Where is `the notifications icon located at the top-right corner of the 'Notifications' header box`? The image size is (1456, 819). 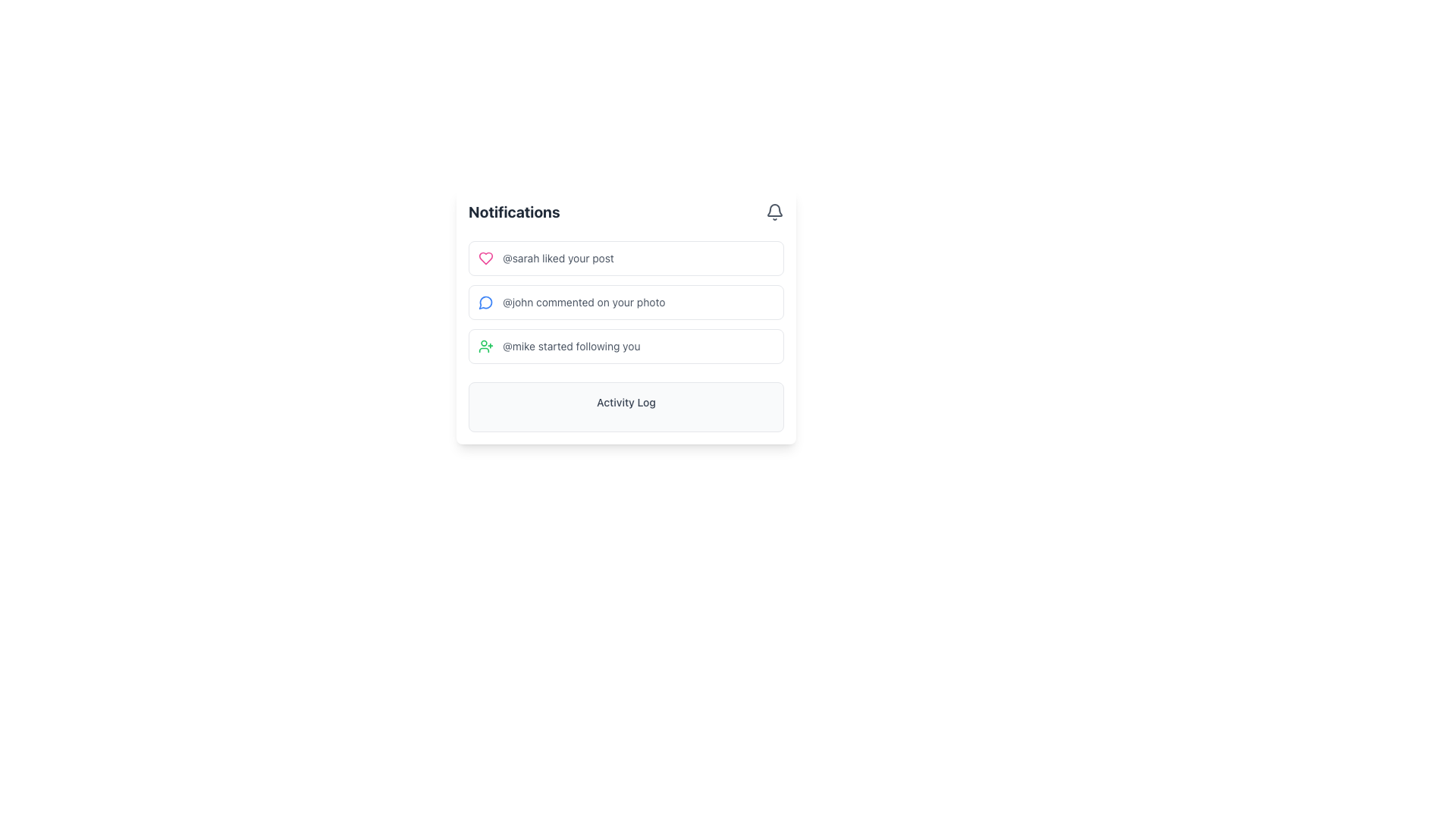
the notifications icon located at the top-right corner of the 'Notifications' header box is located at coordinates (775, 212).